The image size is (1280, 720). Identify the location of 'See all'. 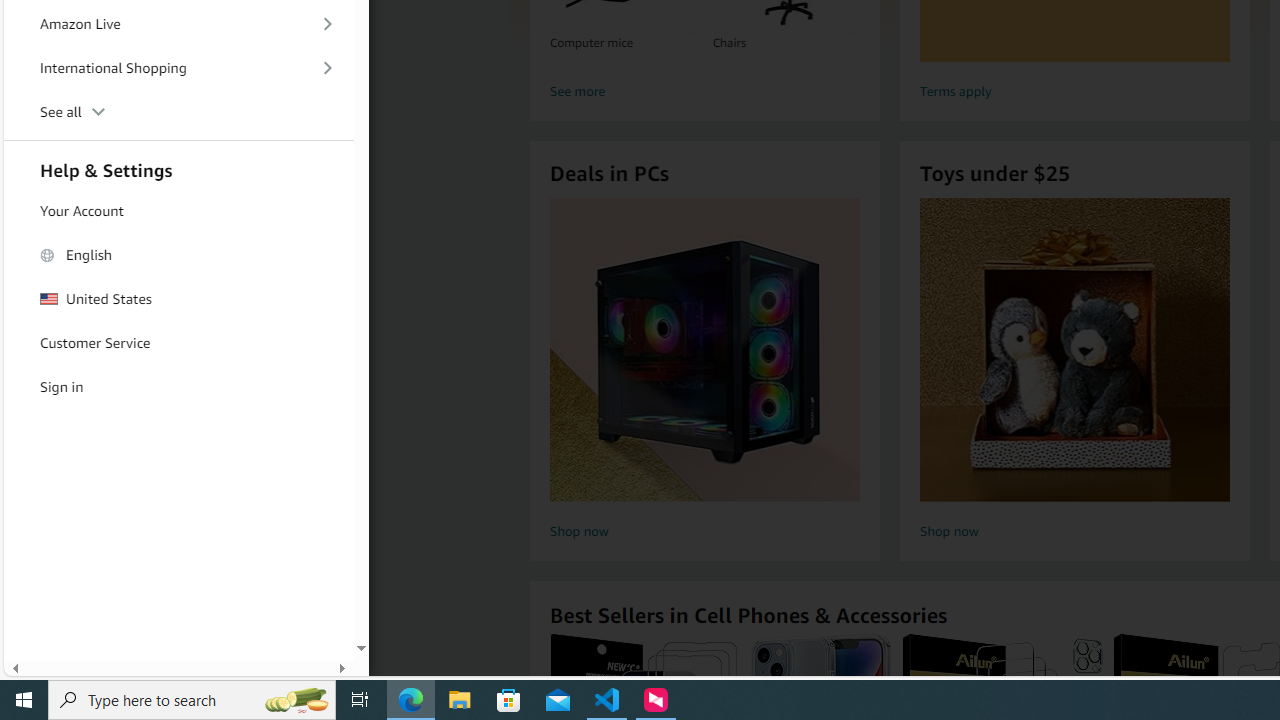
(179, 113).